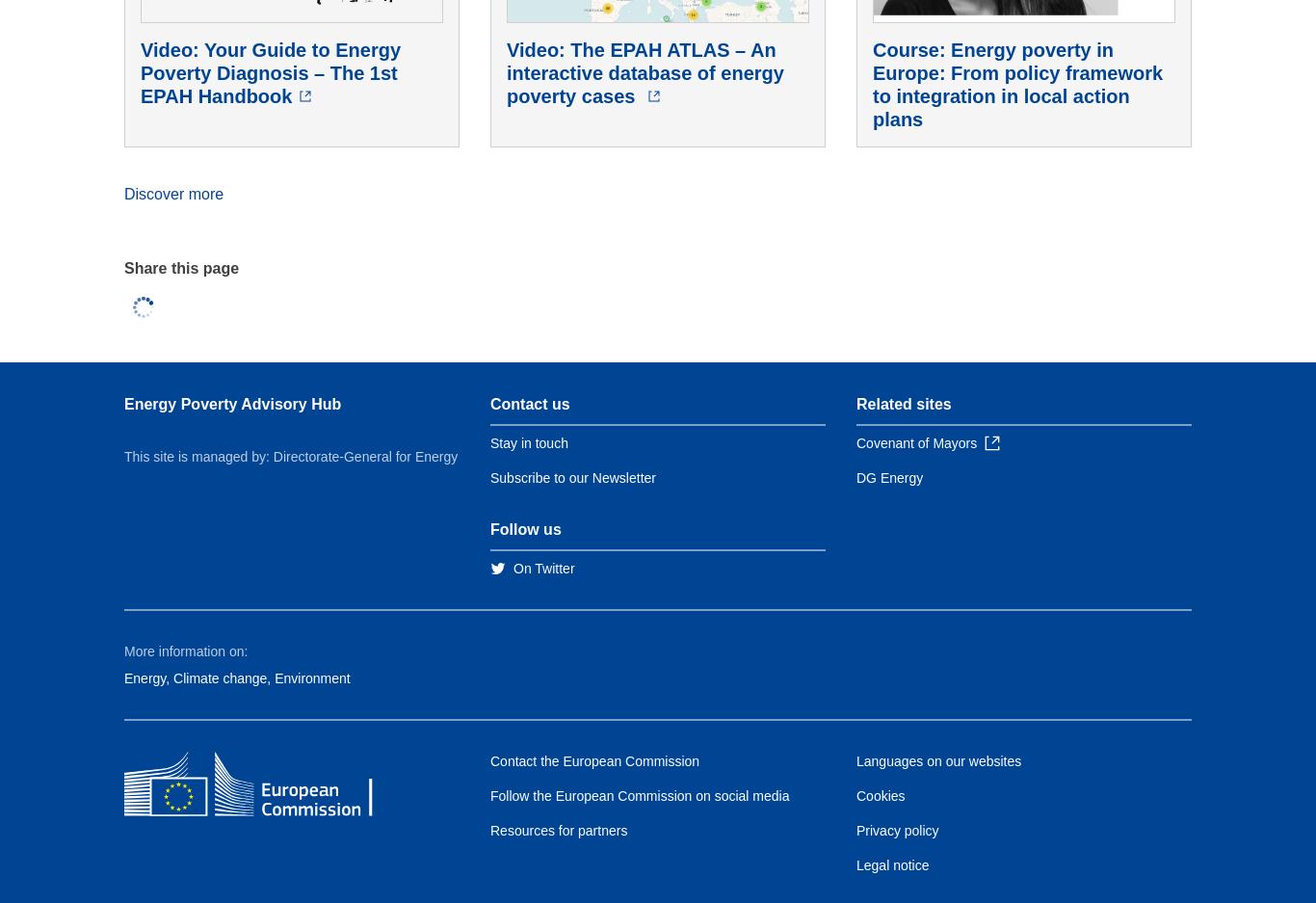 This screenshot has height=903, width=1316. Describe the element at coordinates (904, 403) in the screenshot. I see `'Related sites'` at that location.